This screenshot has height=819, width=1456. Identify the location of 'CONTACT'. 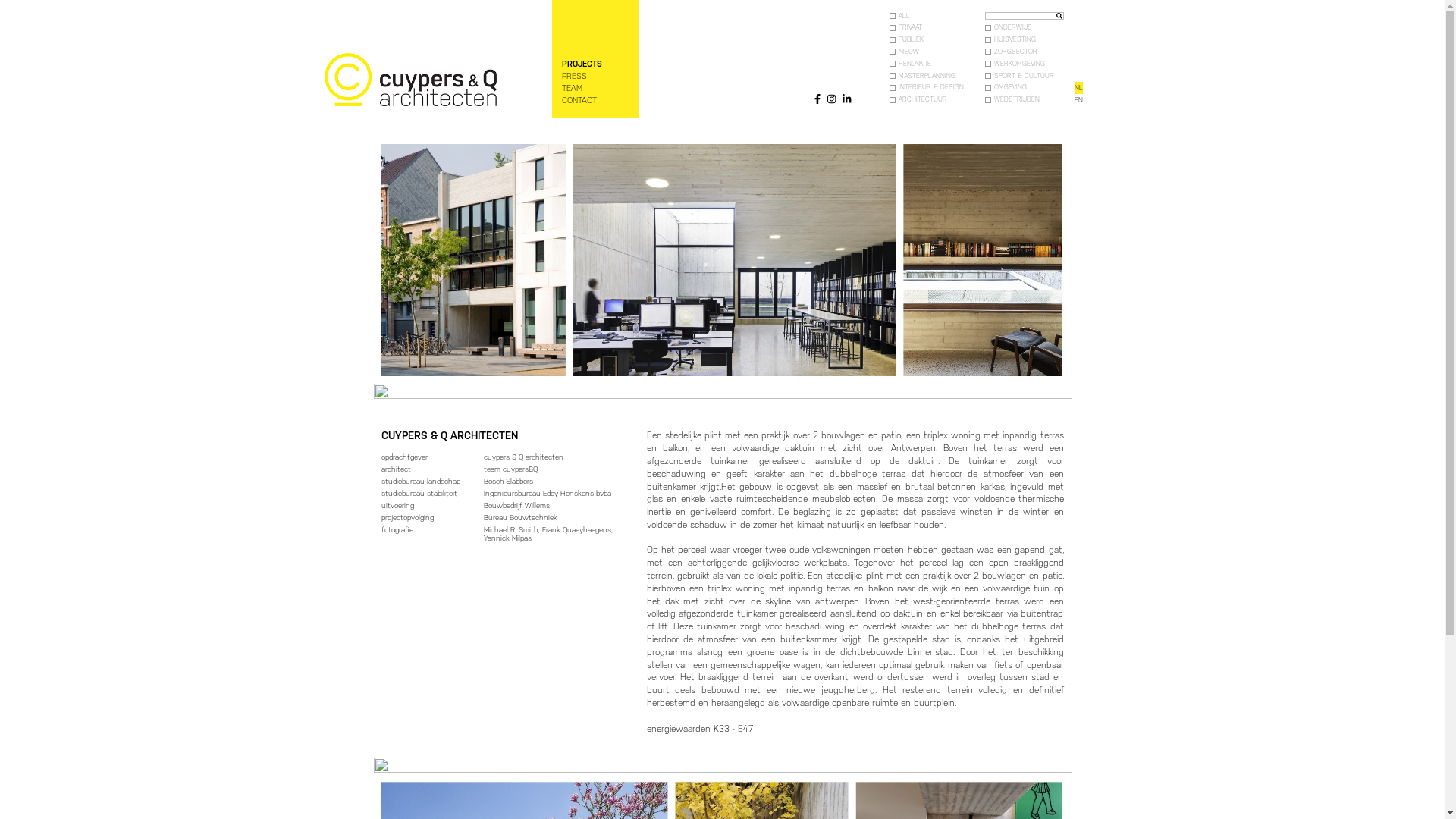
(578, 100).